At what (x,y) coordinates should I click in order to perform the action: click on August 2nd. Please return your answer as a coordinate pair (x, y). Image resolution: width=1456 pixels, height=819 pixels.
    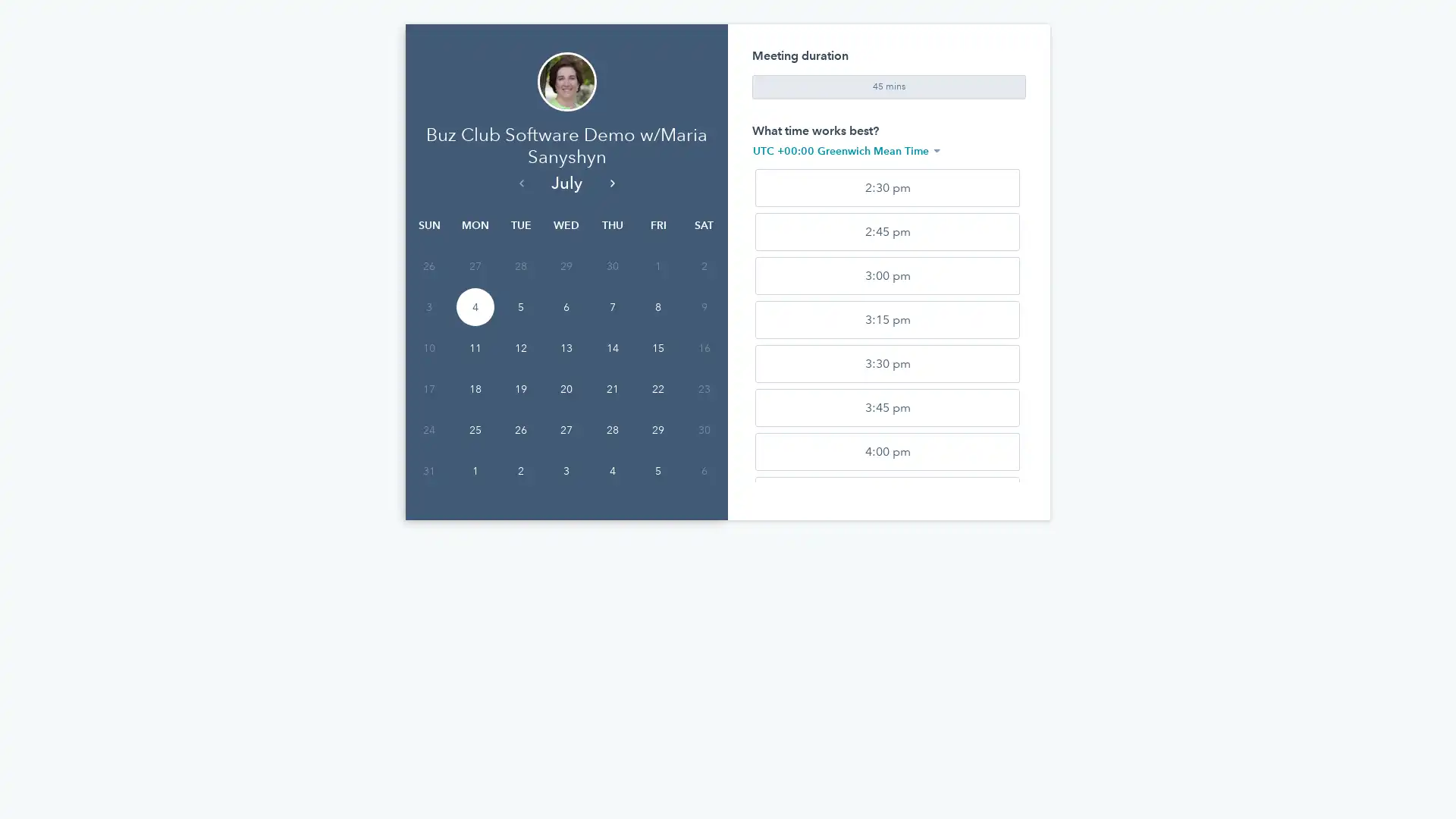
    Looking at the image, I should click on (520, 528).